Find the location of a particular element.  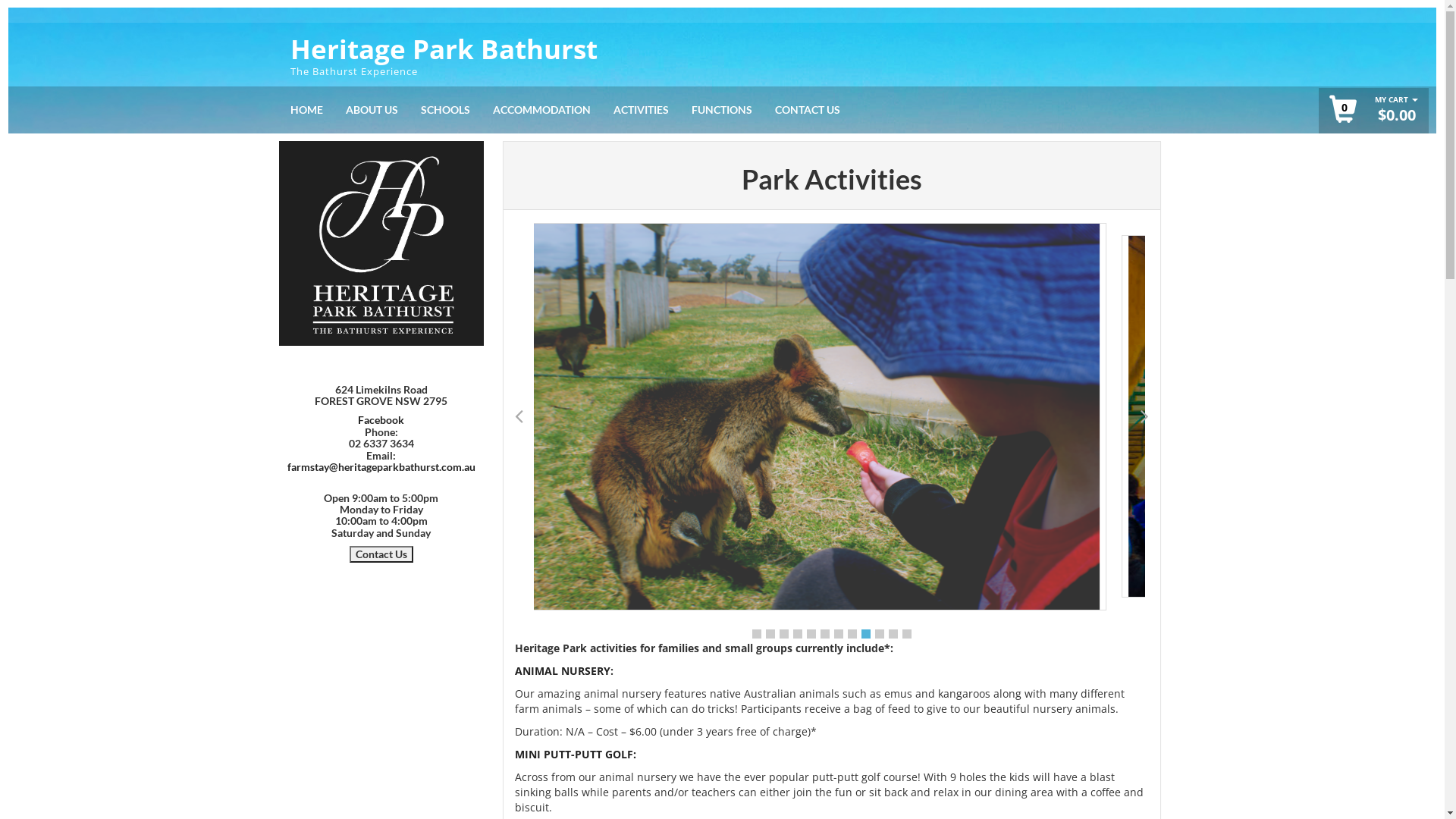

'1' is located at coordinates (757, 634).